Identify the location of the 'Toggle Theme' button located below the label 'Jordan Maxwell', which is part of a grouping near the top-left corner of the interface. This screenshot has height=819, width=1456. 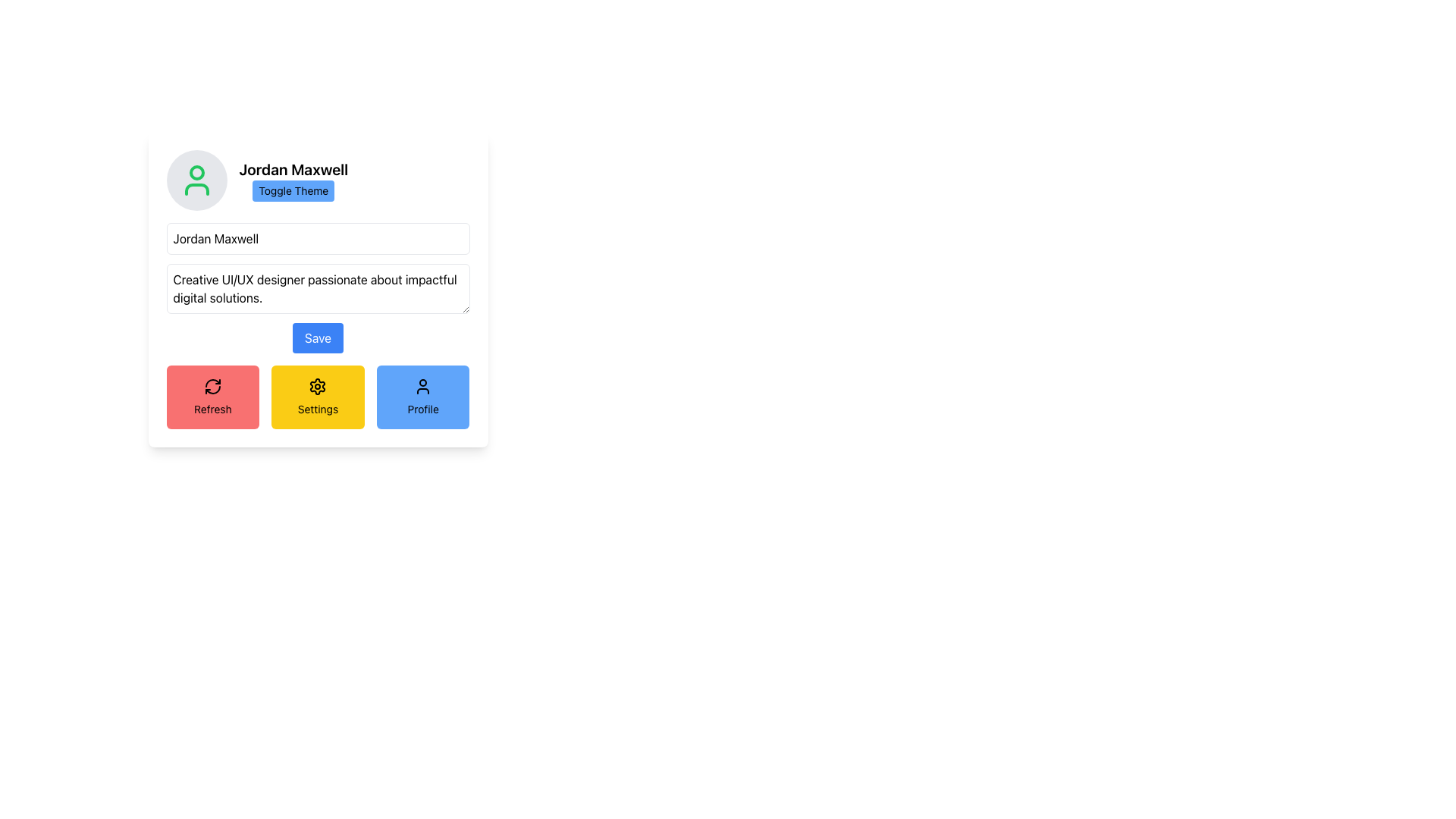
(293, 180).